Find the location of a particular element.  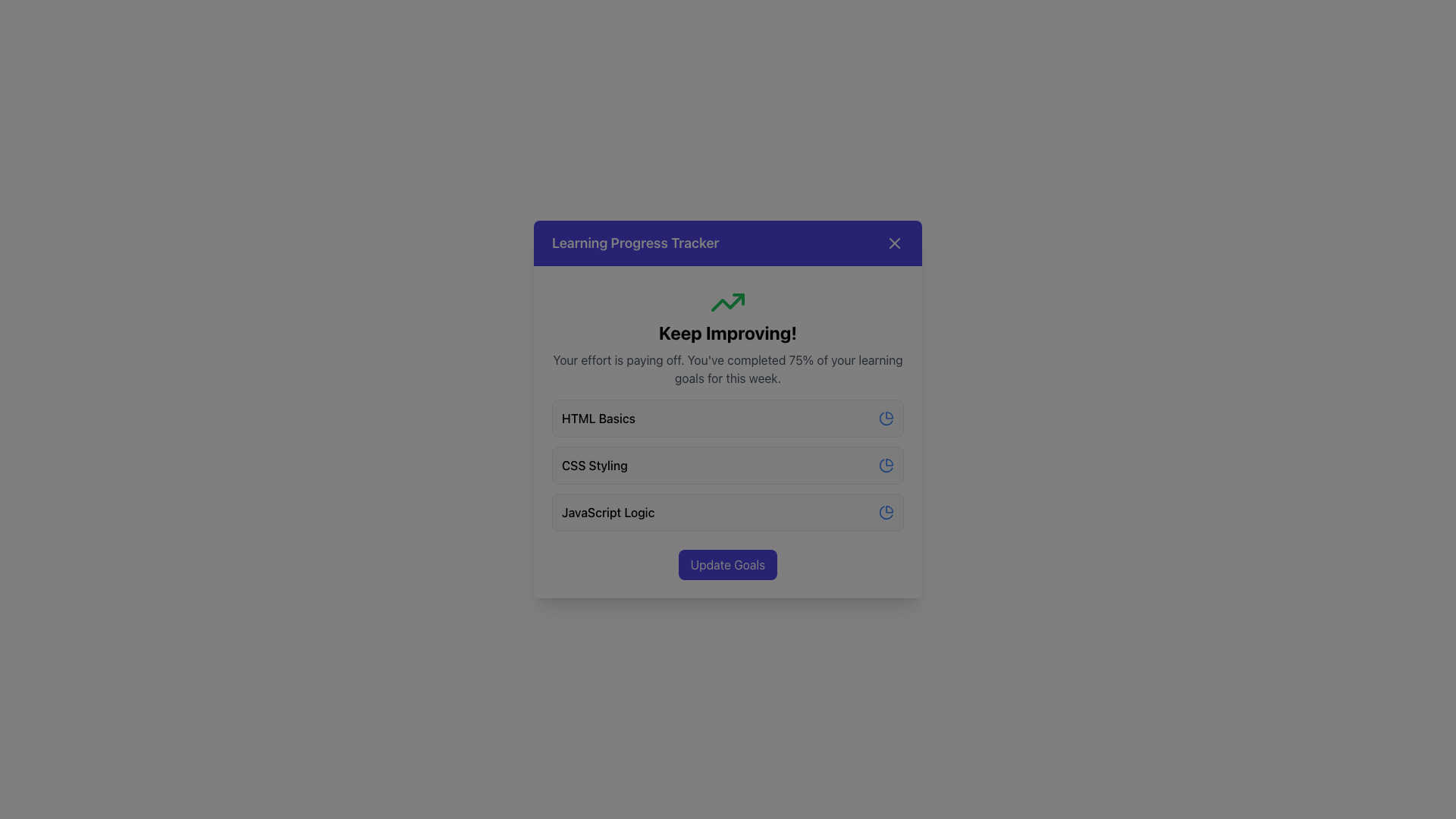

the pie chart icon with a blue tint located in the second row, adjacent to the CSS Styling label is located at coordinates (886, 465).